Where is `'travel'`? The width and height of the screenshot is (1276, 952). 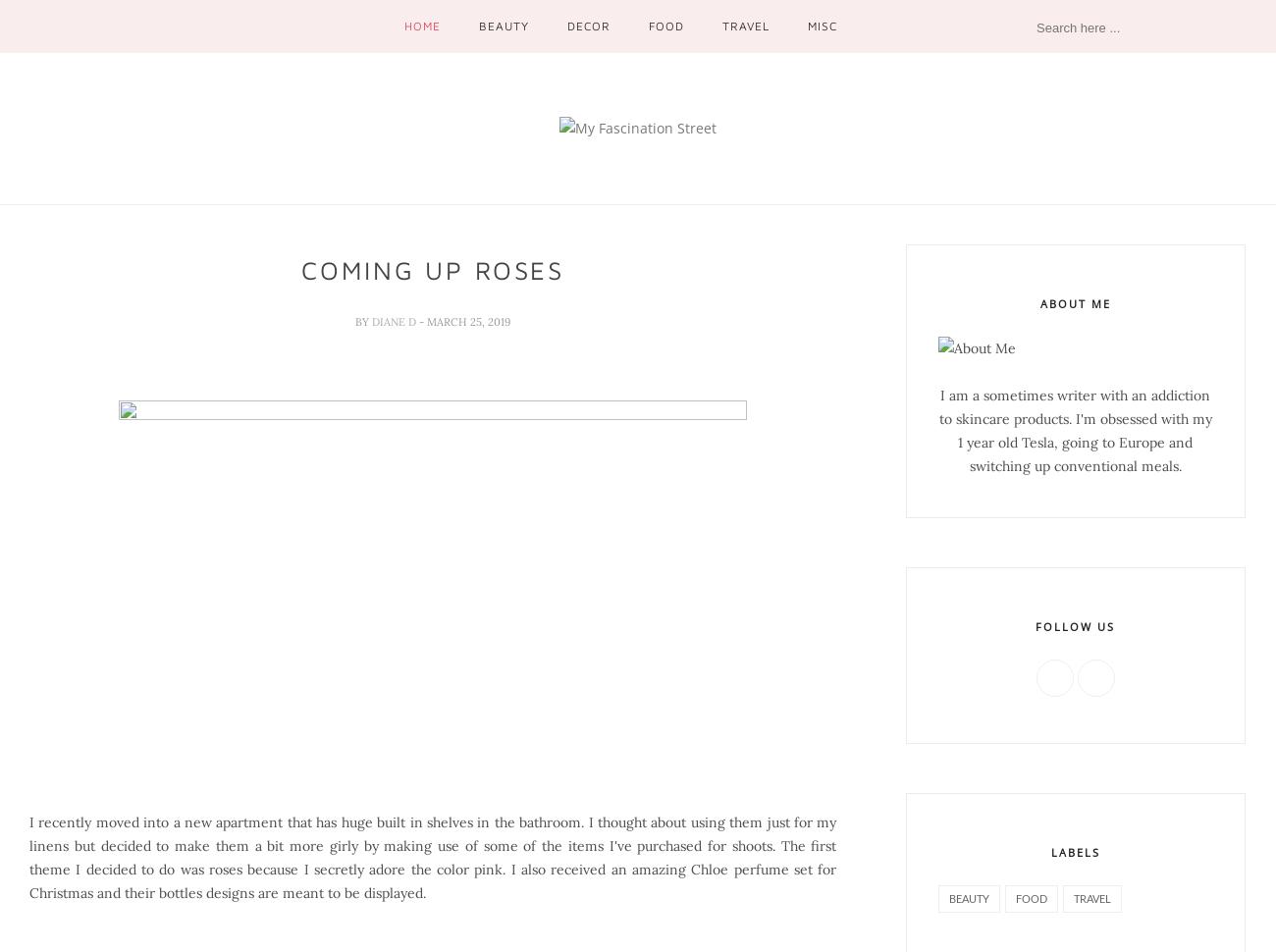 'travel' is located at coordinates (1090, 898).